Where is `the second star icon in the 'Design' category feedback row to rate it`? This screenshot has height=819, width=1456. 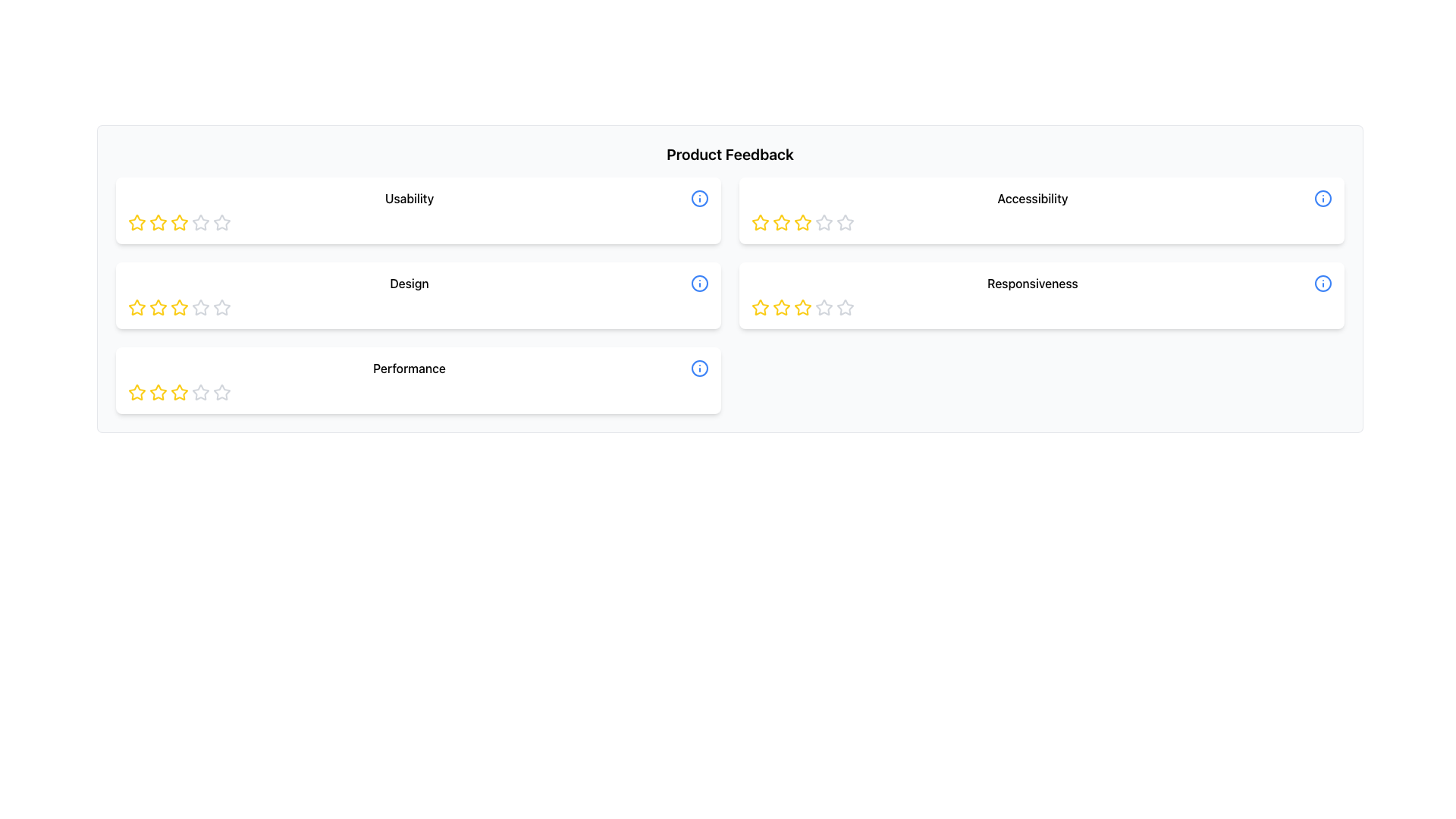
the second star icon in the 'Design' category feedback row to rate it is located at coordinates (179, 307).